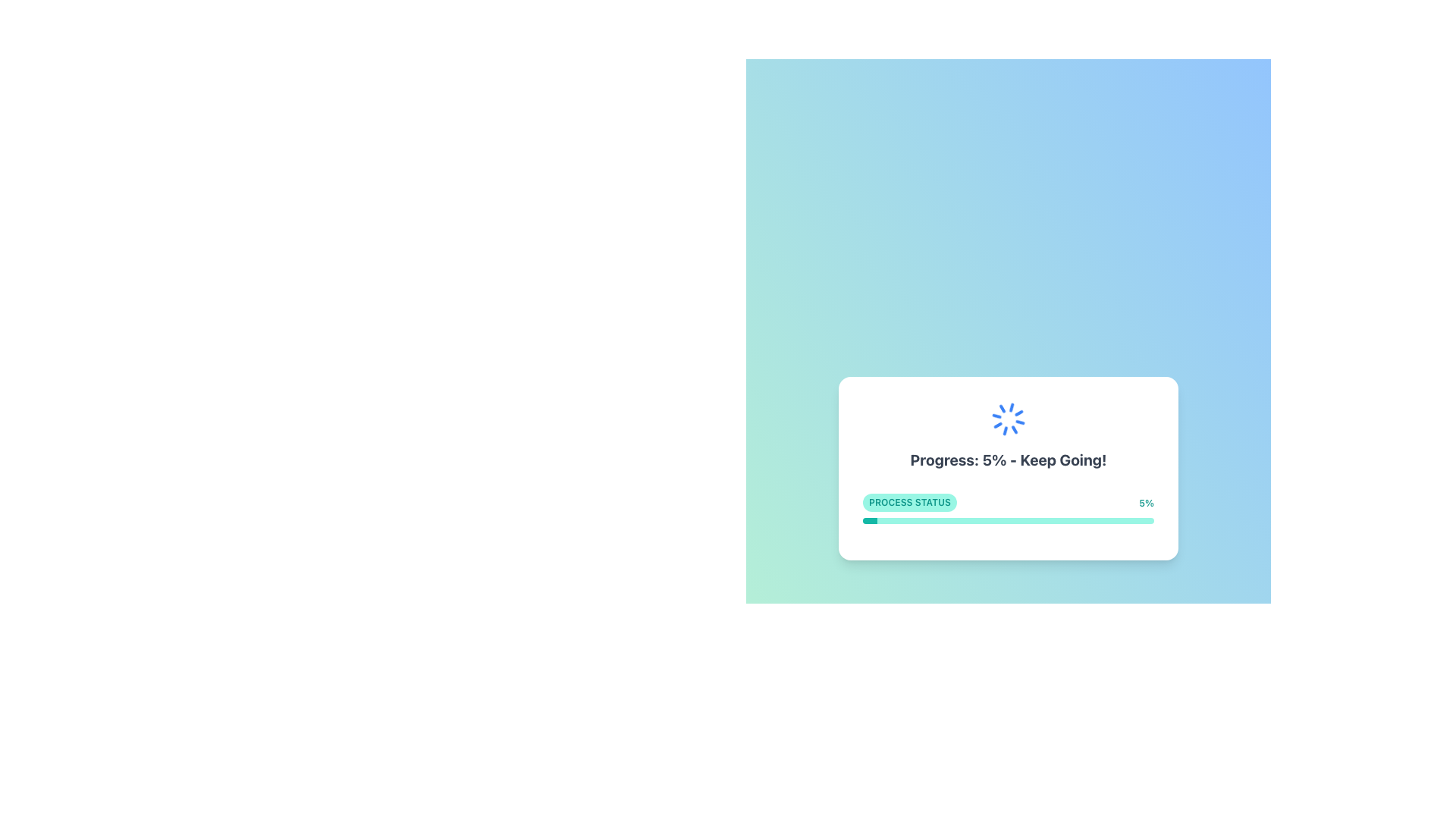  Describe the element at coordinates (1008, 506) in the screenshot. I see `the Progress bar labeled 'Process Status' which shows a percentage indicator of '5%' and has a teal background` at that location.